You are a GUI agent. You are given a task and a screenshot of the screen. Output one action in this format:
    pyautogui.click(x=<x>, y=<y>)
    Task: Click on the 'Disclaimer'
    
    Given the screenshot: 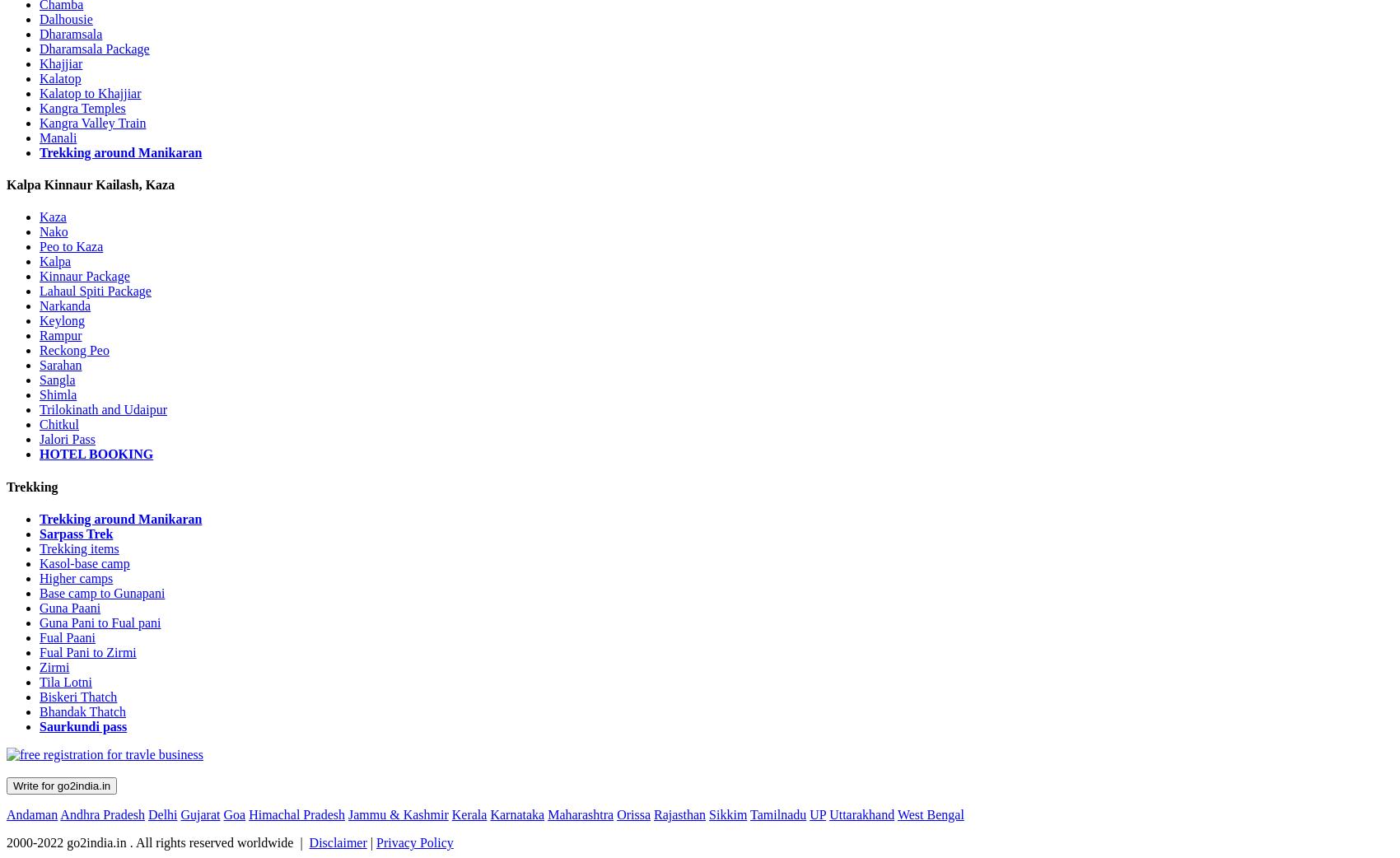 What is the action you would take?
    pyautogui.click(x=337, y=842)
    